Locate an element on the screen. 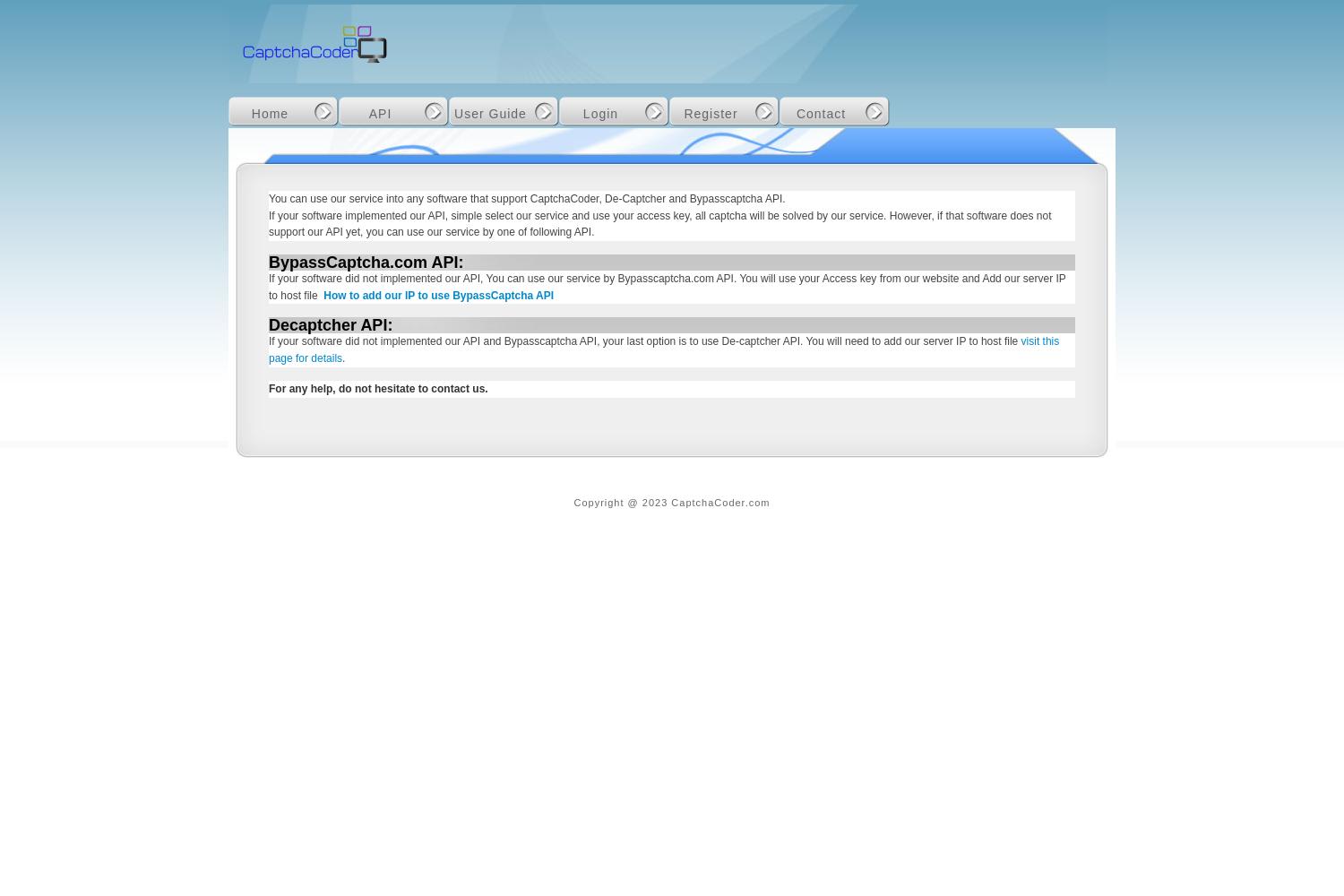 Image resolution: width=1344 pixels, height=896 pixels. 'Copyright @ 2023 CaptchaCoder.com' is located at coordinates (670, 503).